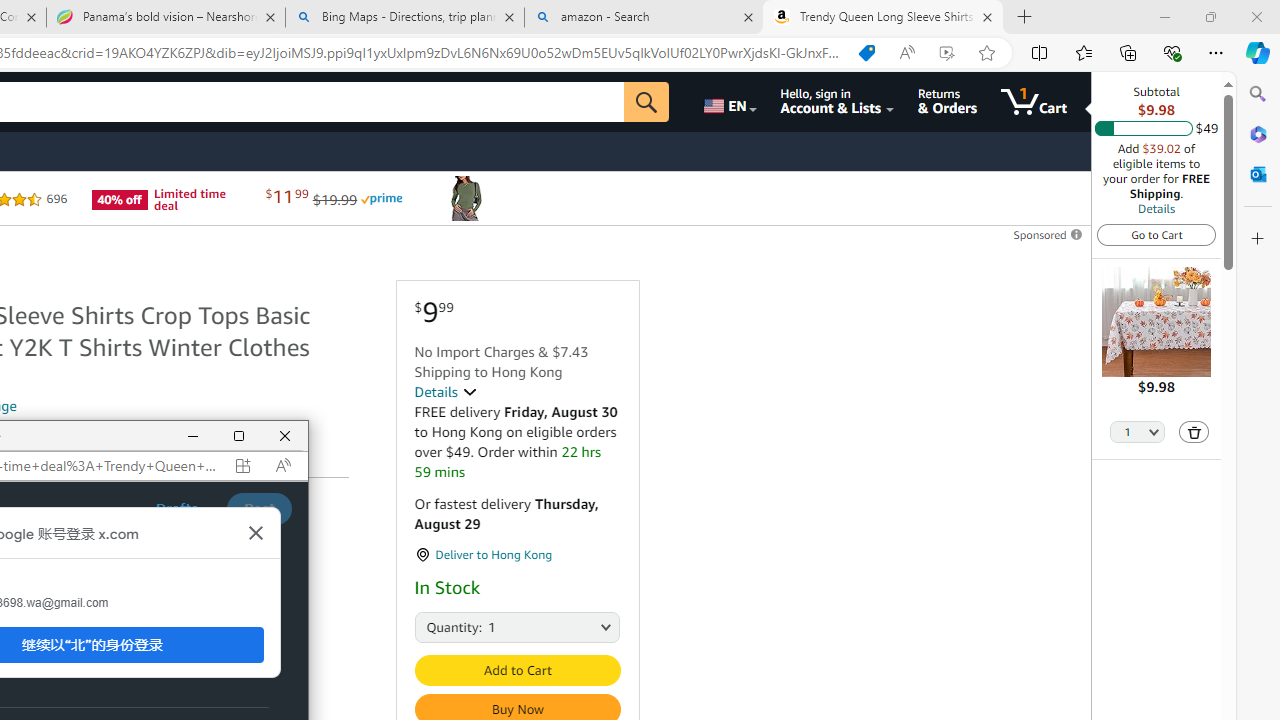  Describe the element at coordinates (837, 101) in the screenshot. I see `'Hello, sign in Account & Lists'` at that location.